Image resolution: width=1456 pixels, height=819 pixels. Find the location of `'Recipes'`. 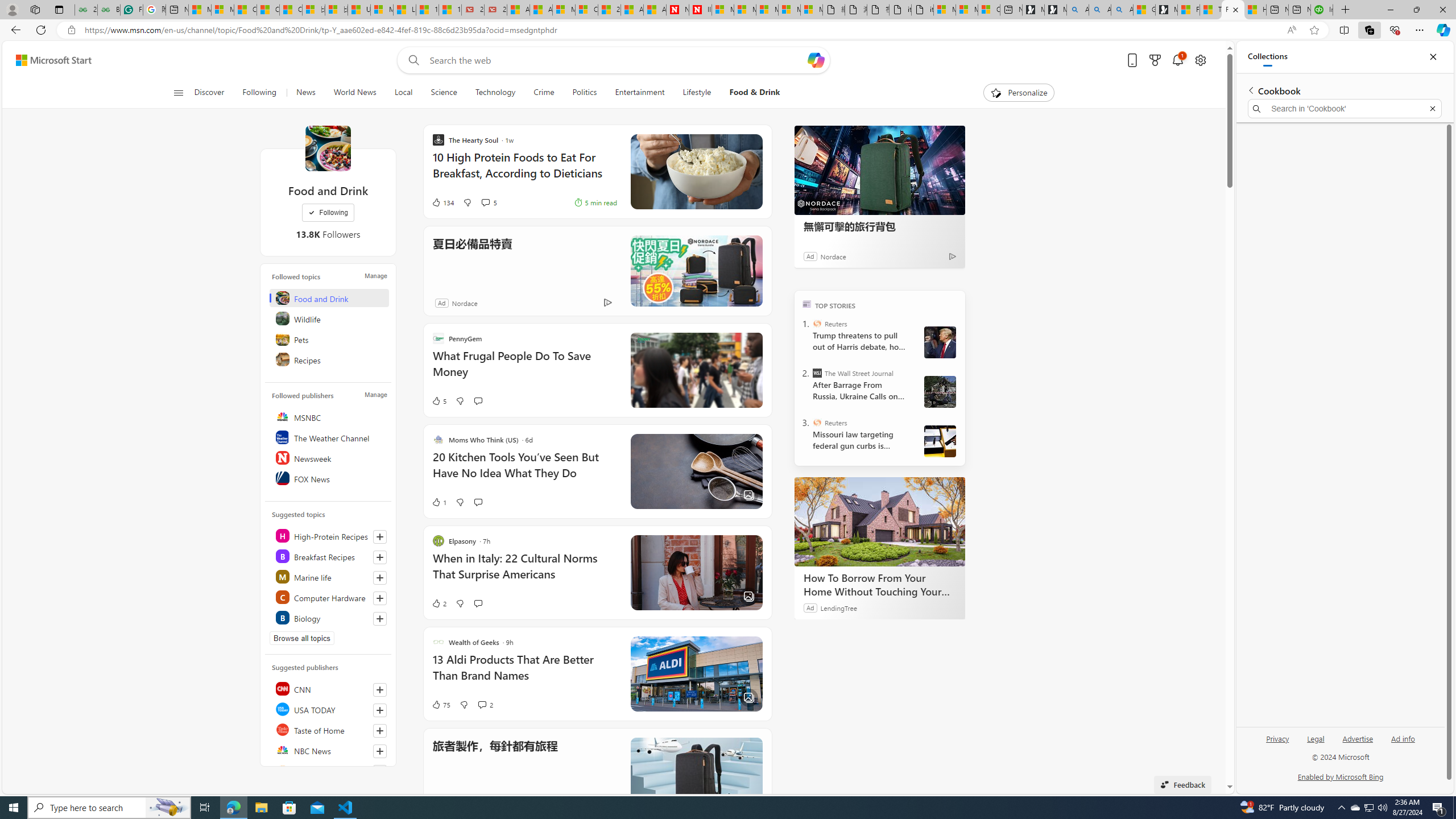

'Recipes' is located at coordinates (329, 359).